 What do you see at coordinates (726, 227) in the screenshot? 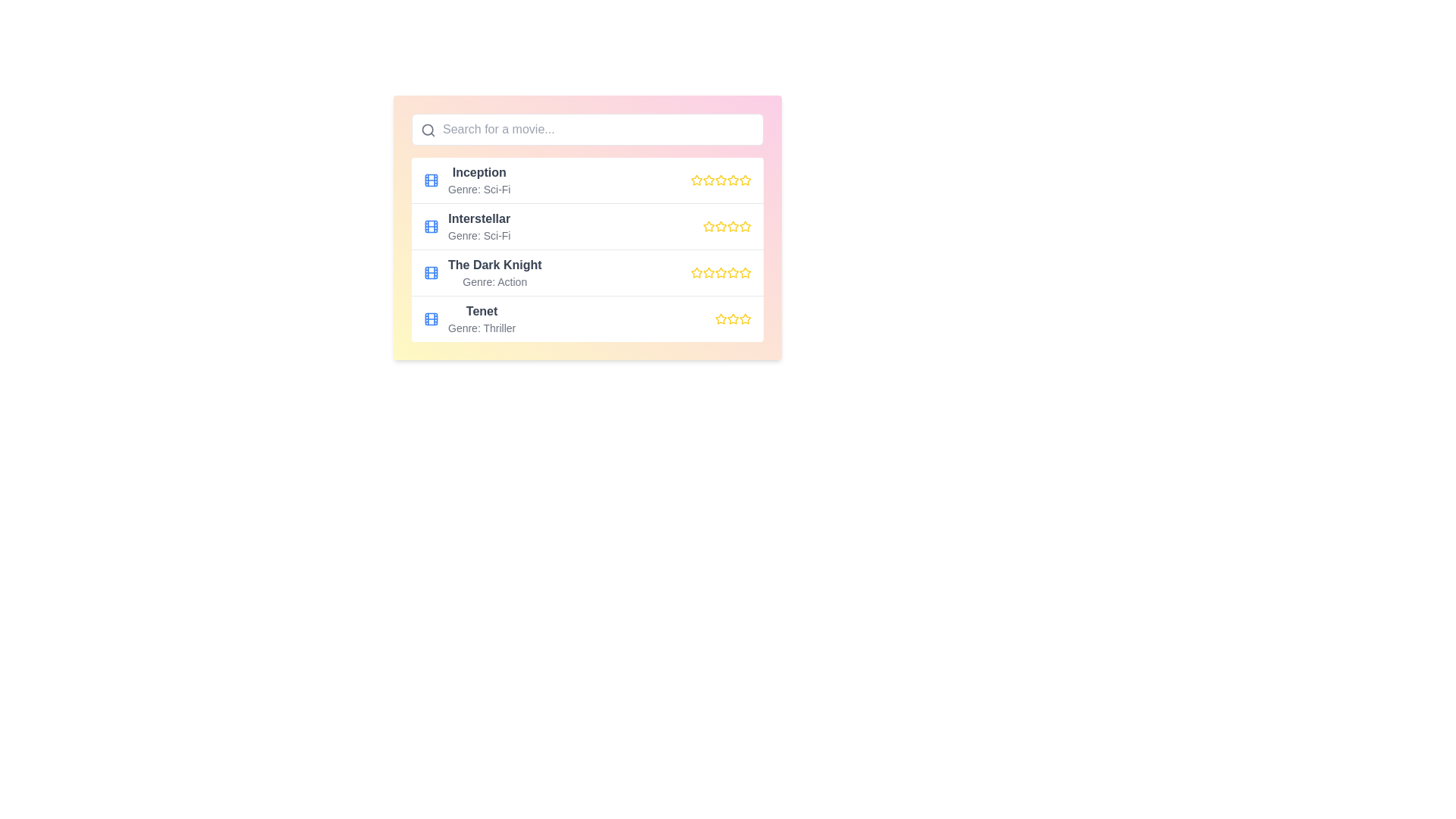
I see `the star rating component for the movie 'Interstellar' to provide a rating` at bounding box center [726, 227].